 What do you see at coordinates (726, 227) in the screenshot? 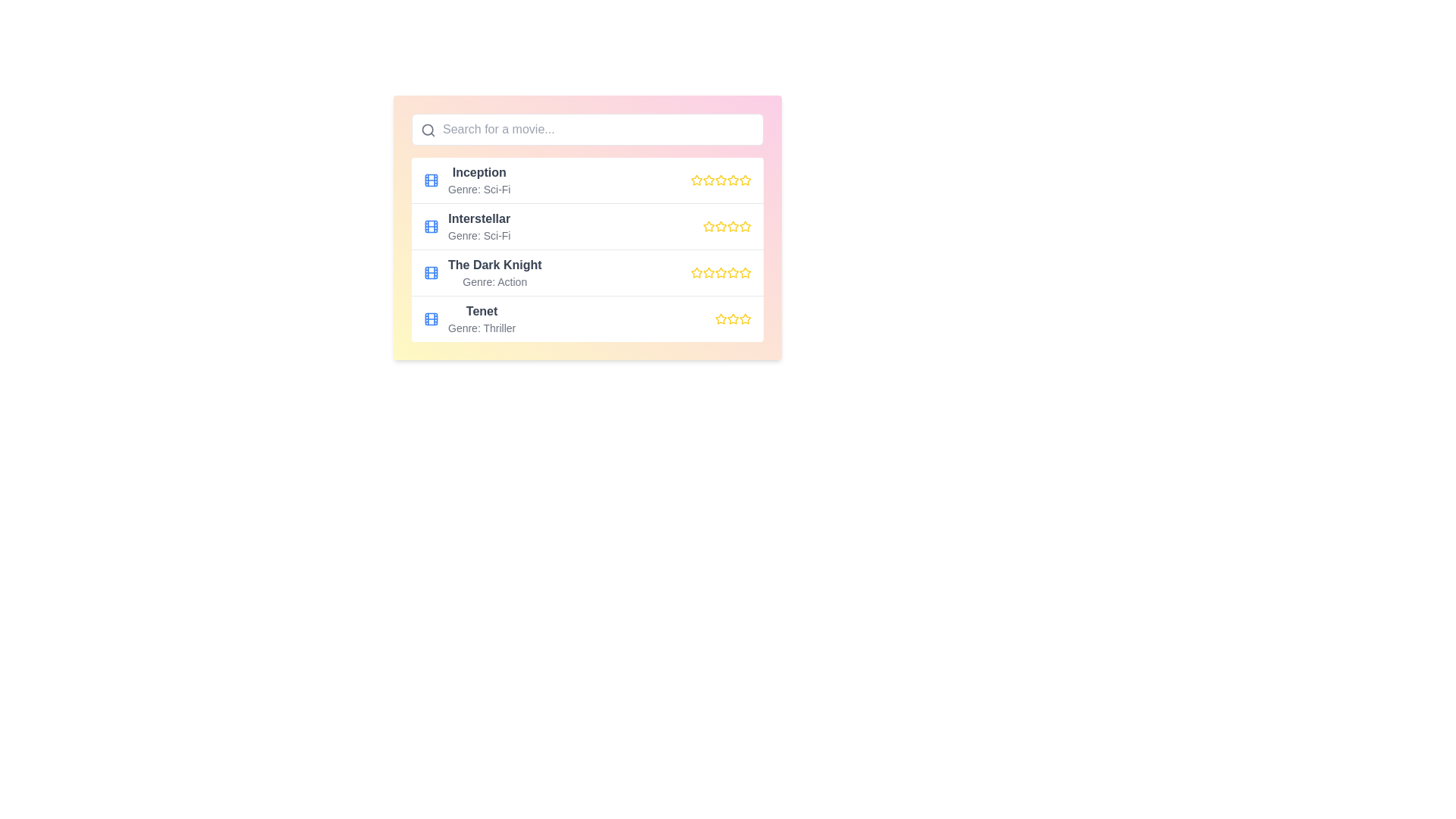
I see `the star rating component for the movie 'Interstellar' to provide a rating` at bounding box center [726, 227].